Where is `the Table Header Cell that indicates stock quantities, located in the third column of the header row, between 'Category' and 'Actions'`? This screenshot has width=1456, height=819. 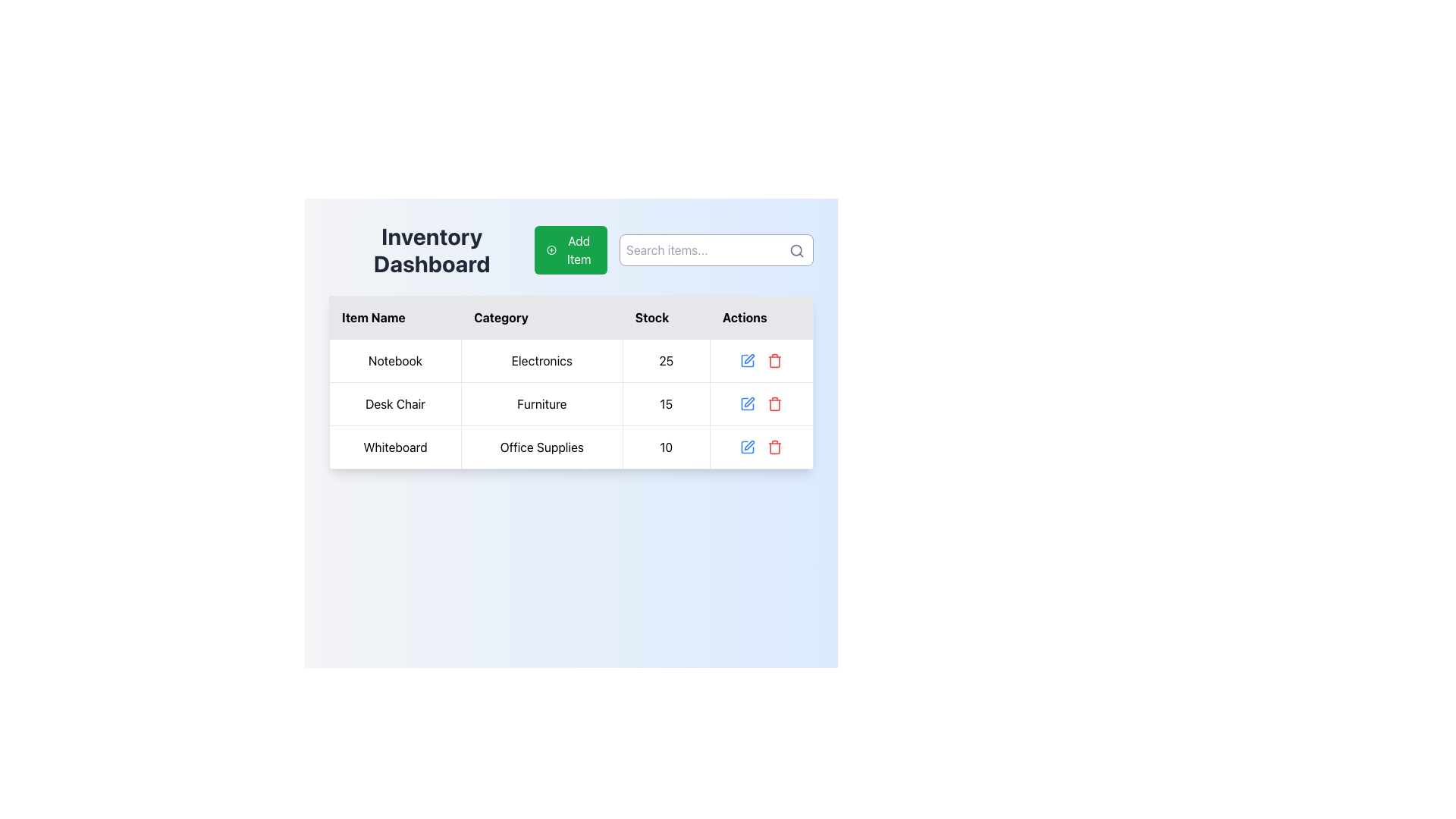
the Table Header Cell that indicates stock quantities, located in the third column of the header row, between 'Category' and 'Actions' is located at coordinates (666, 317).